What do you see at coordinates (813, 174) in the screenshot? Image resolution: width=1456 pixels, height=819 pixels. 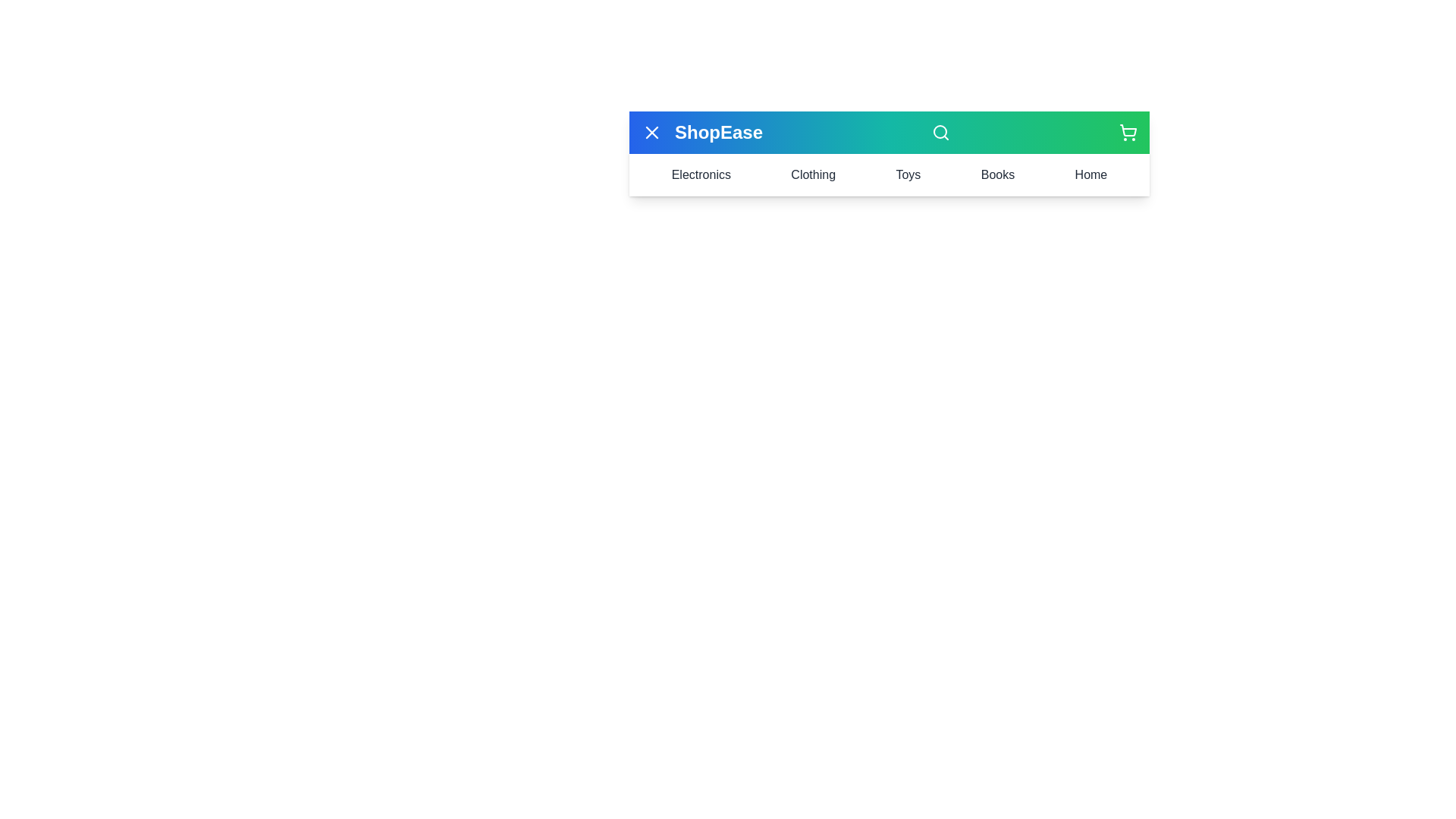 I see `the Clothing menu item to view its content` at bounding box center [813, 174].